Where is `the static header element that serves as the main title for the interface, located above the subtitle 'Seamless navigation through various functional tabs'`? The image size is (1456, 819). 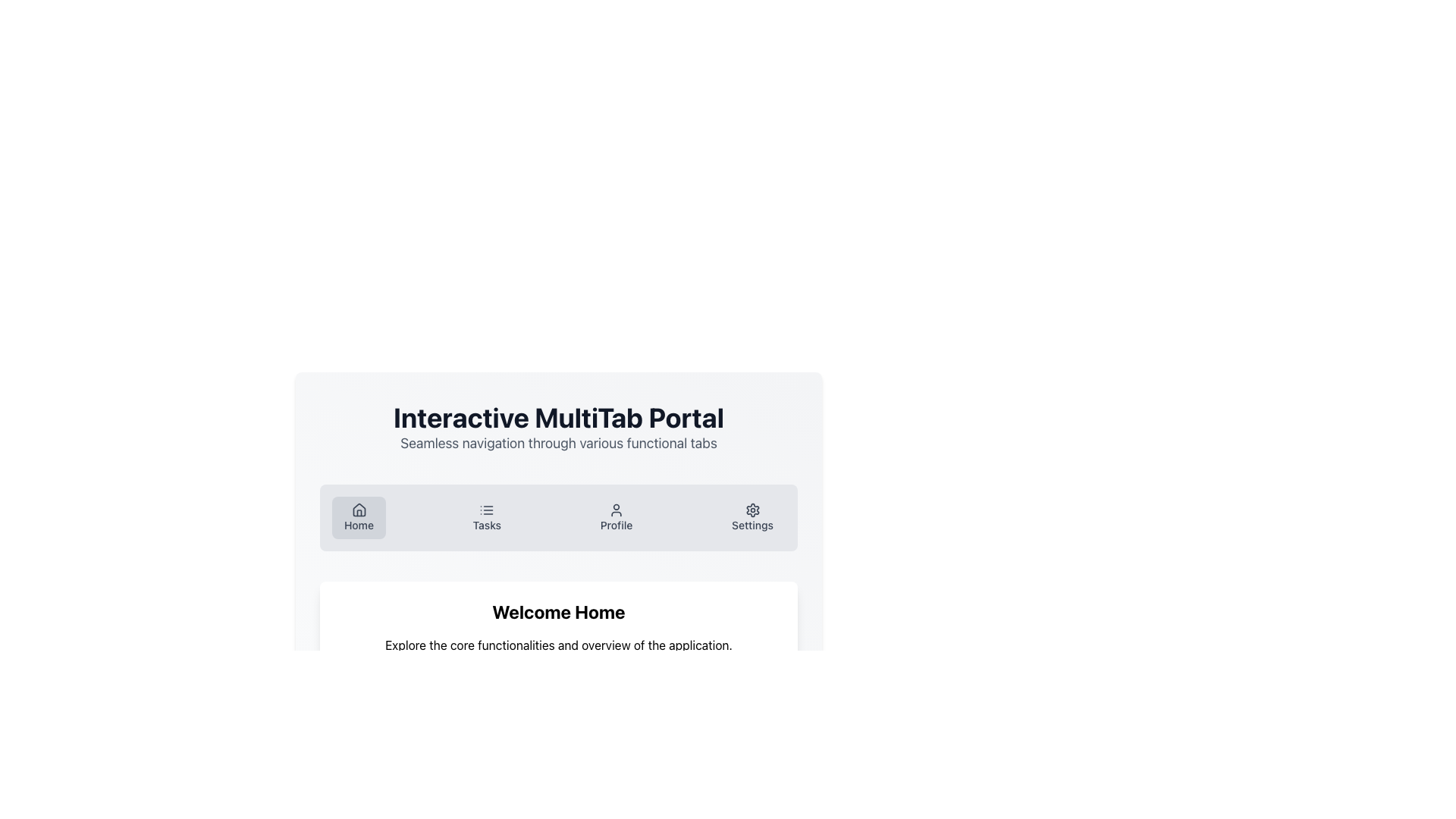
the static header element that serves as the main title for the interface, located above the subtitle 'Seamless navigation through various functional tabs' is located at coordinates (558, 418).